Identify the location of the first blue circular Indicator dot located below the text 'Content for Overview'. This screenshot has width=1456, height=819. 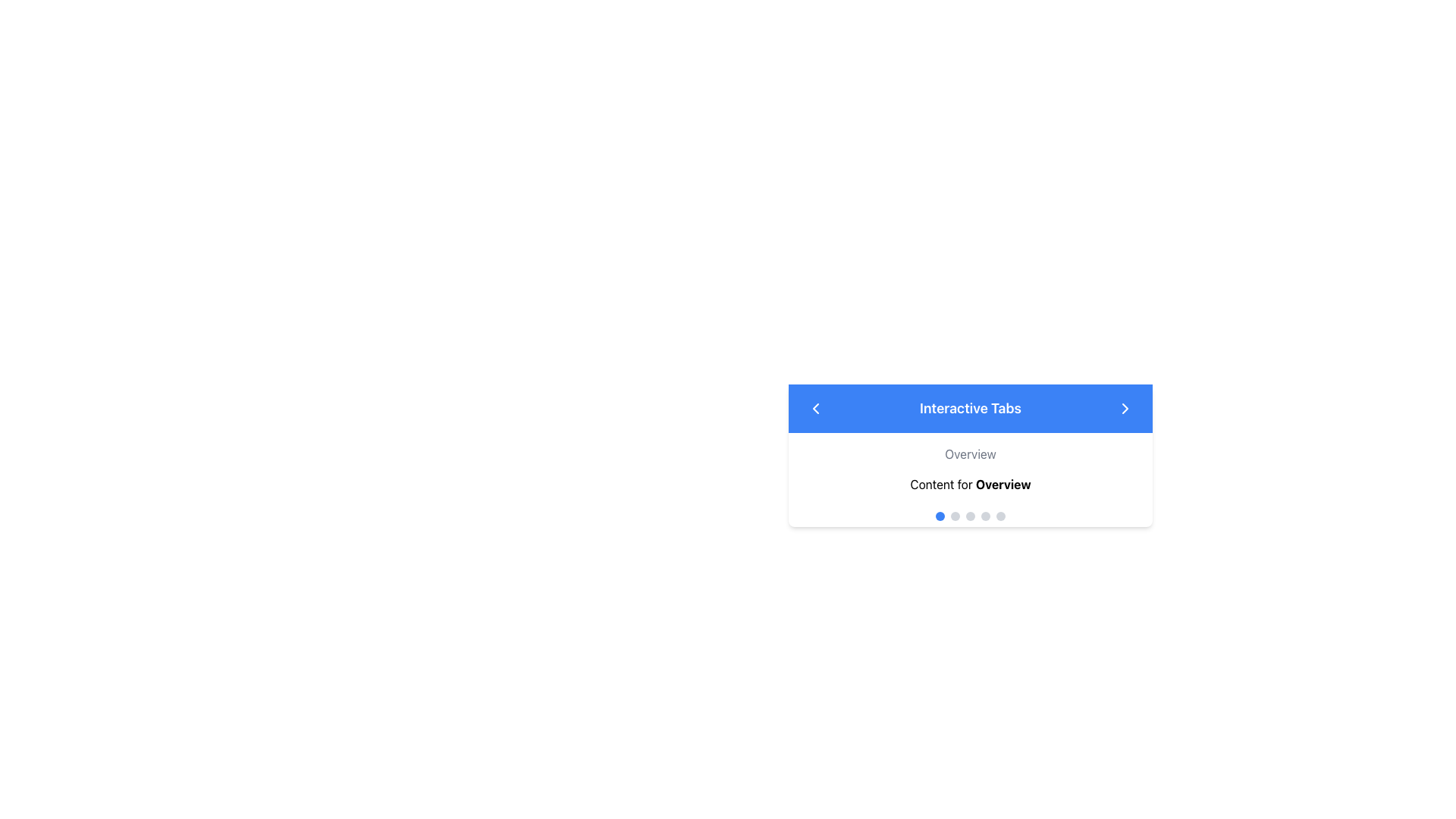
(939, 516).